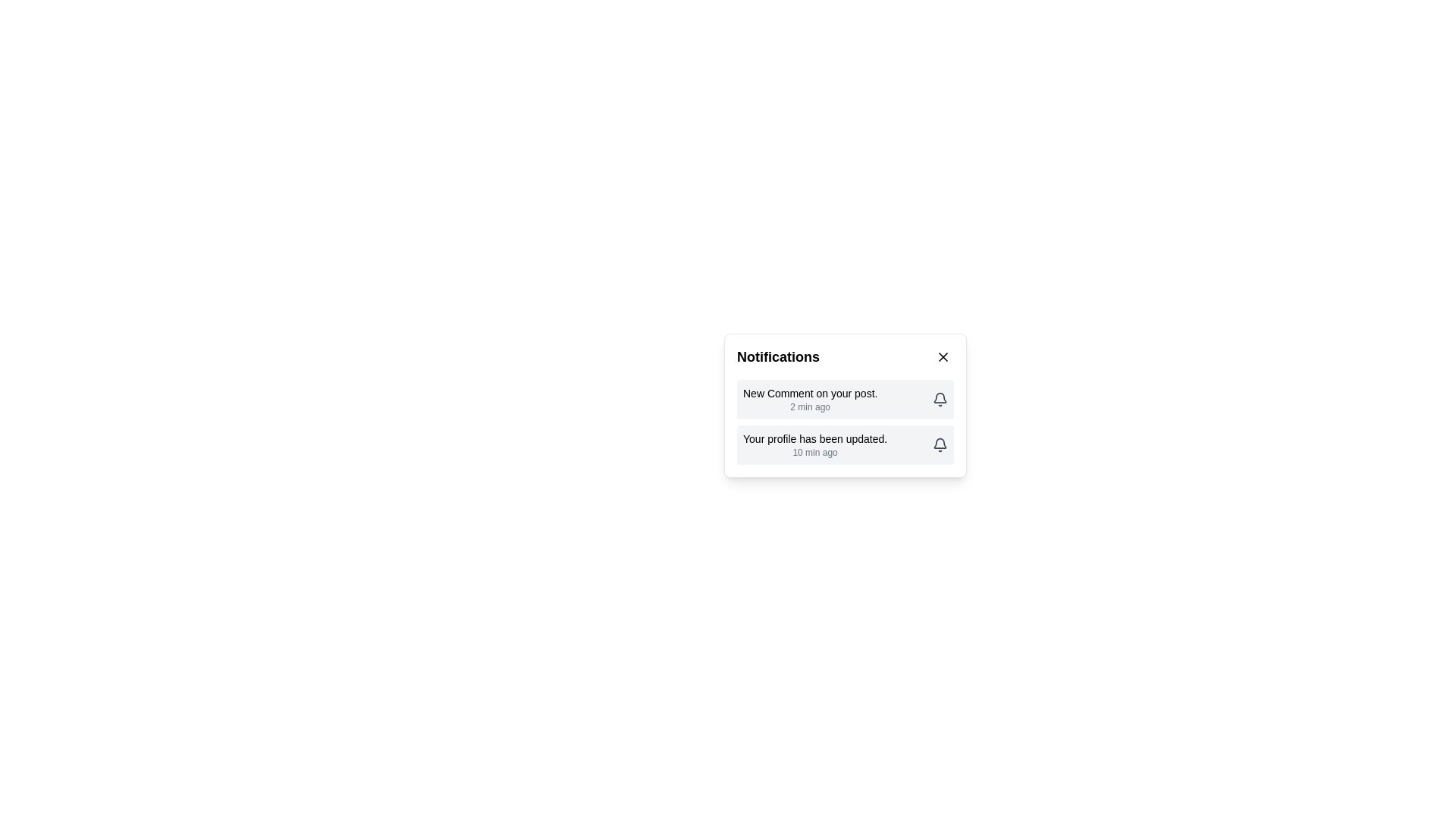  Describe the element at coordinates (942, 356) in the screenshot. I see `the close icon button located in the top-right corner of the notification popup to change its background color` at that location.